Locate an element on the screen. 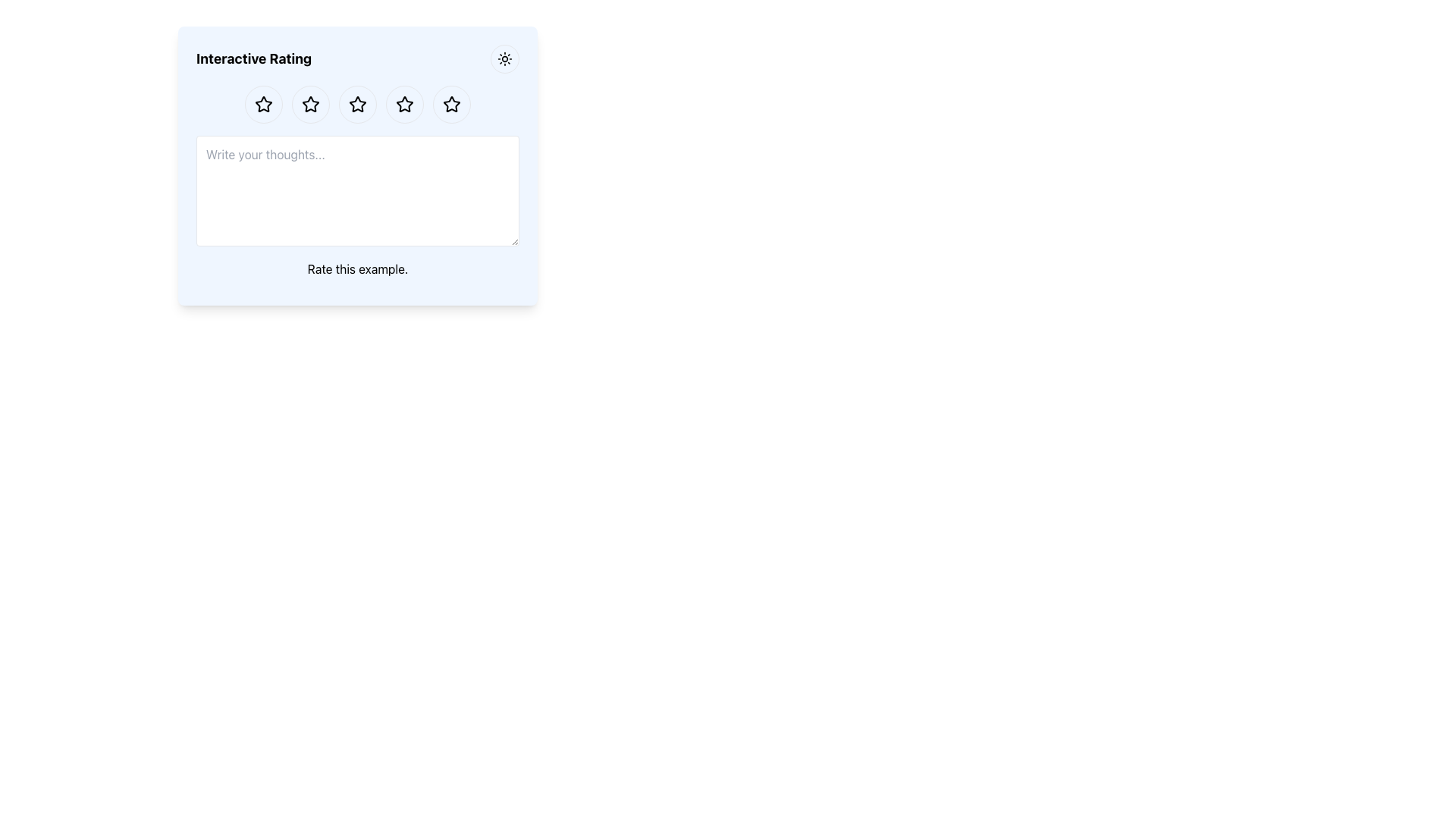 Image resolution: width=1456 pixels, height=819 pixels. the first star-shaped icon in the row of five stars within the 'Interactive Rating' module is located at coordinates (263, 104).